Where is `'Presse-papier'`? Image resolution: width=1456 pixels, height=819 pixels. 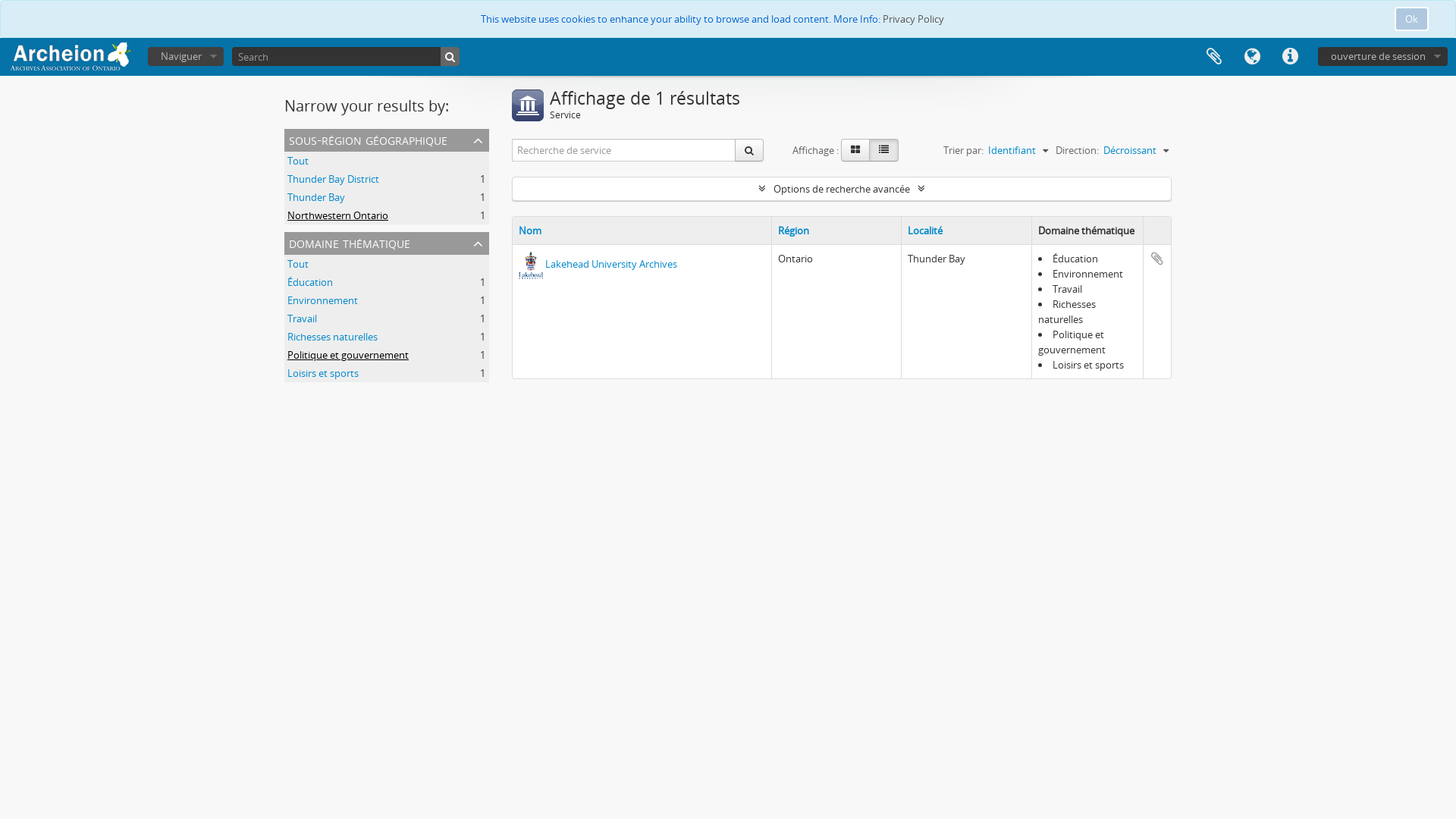 'Presse-papier' is located at coordinates (1214, 55).